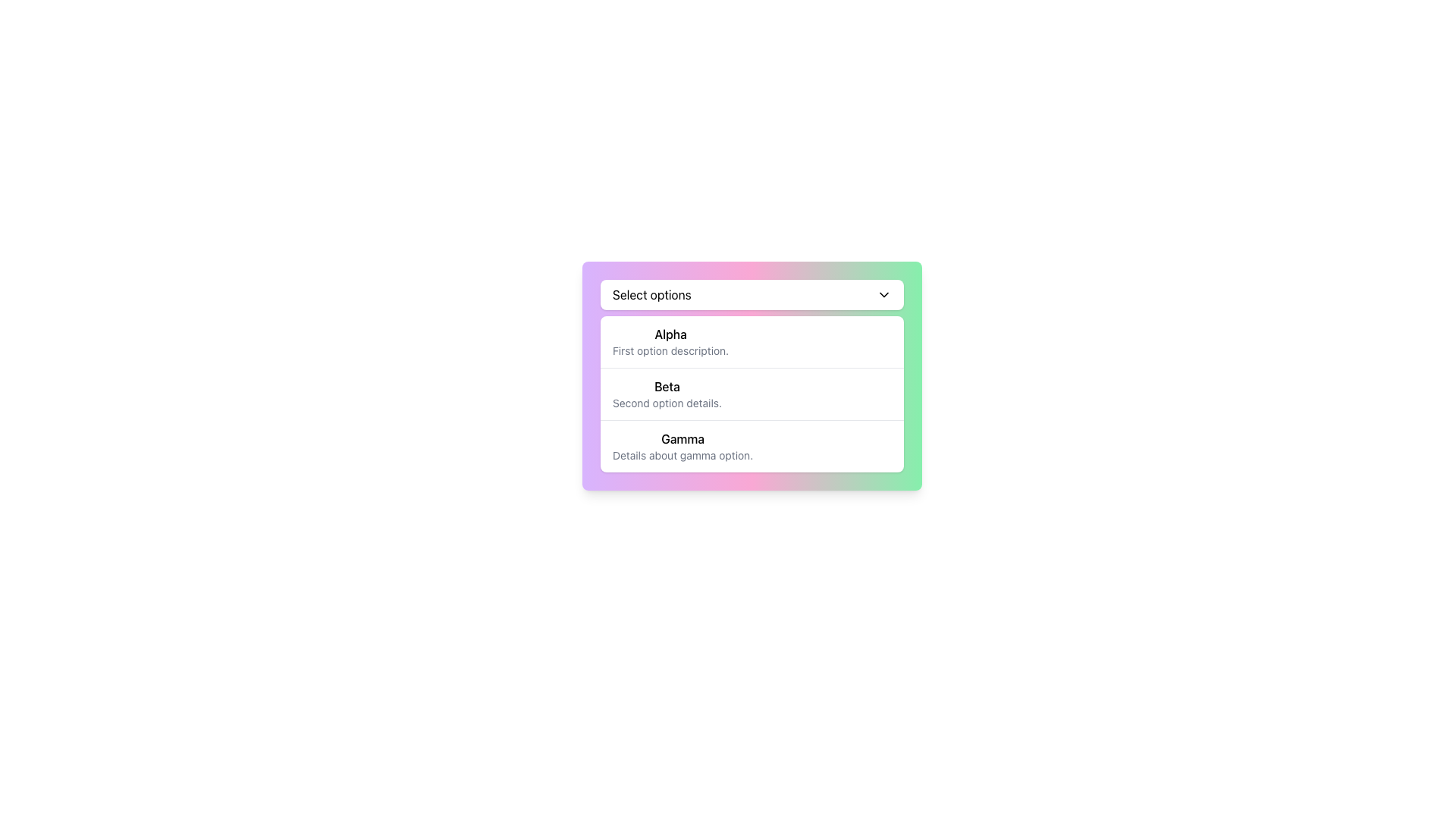 This screenshot has width=1456, height=819. Describe the element at coordinates (752, 342) in the screenshot. I see `the first selectable option labeled 'Alpha' in the dropdown menu` at that location.